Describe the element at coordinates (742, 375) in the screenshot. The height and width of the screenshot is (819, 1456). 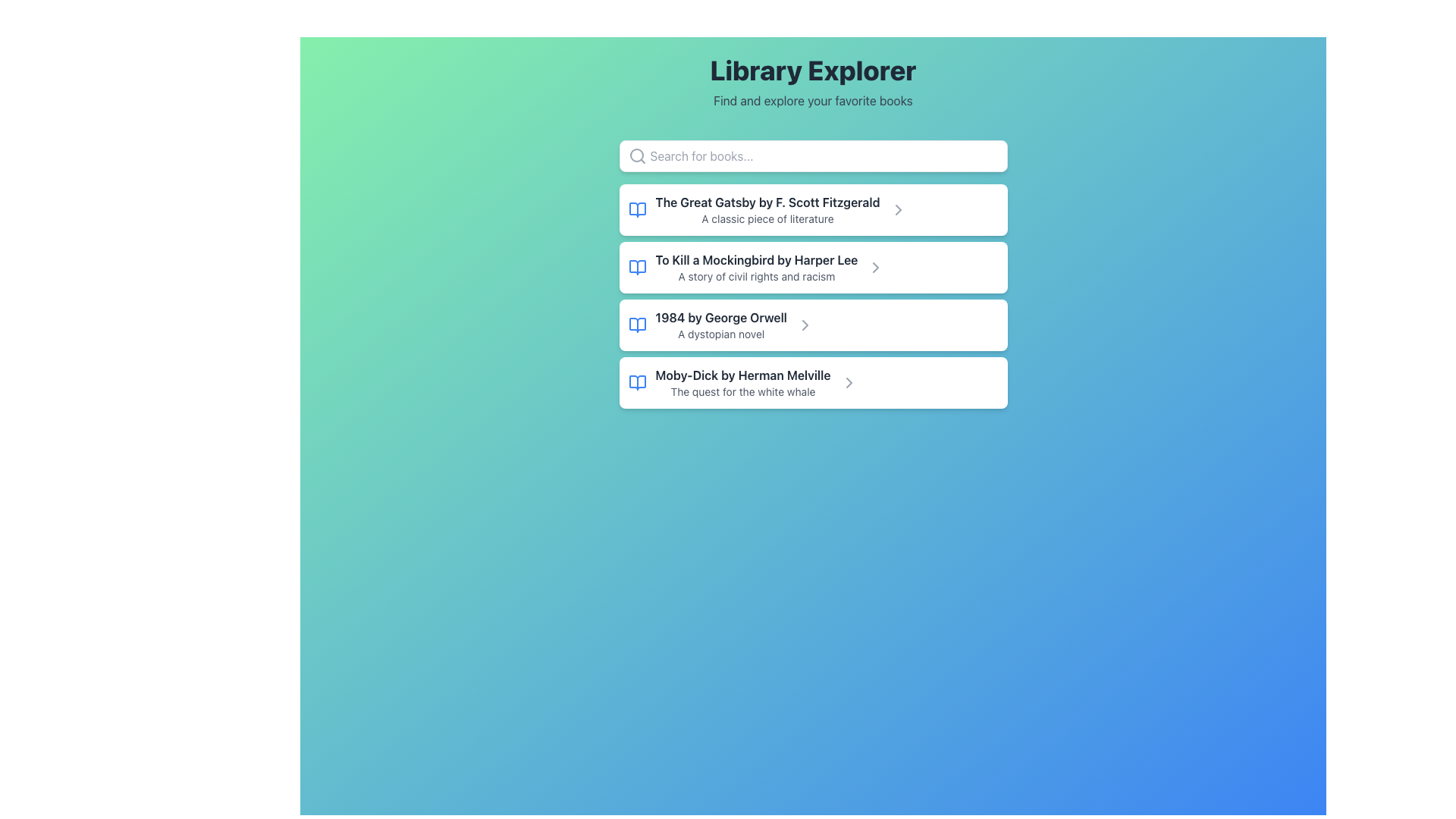
I see `the text label displaying the title and author of the fourth book entry in the vertically stacked list, located above the subtitle 'The quest for the white whale'` at that location.